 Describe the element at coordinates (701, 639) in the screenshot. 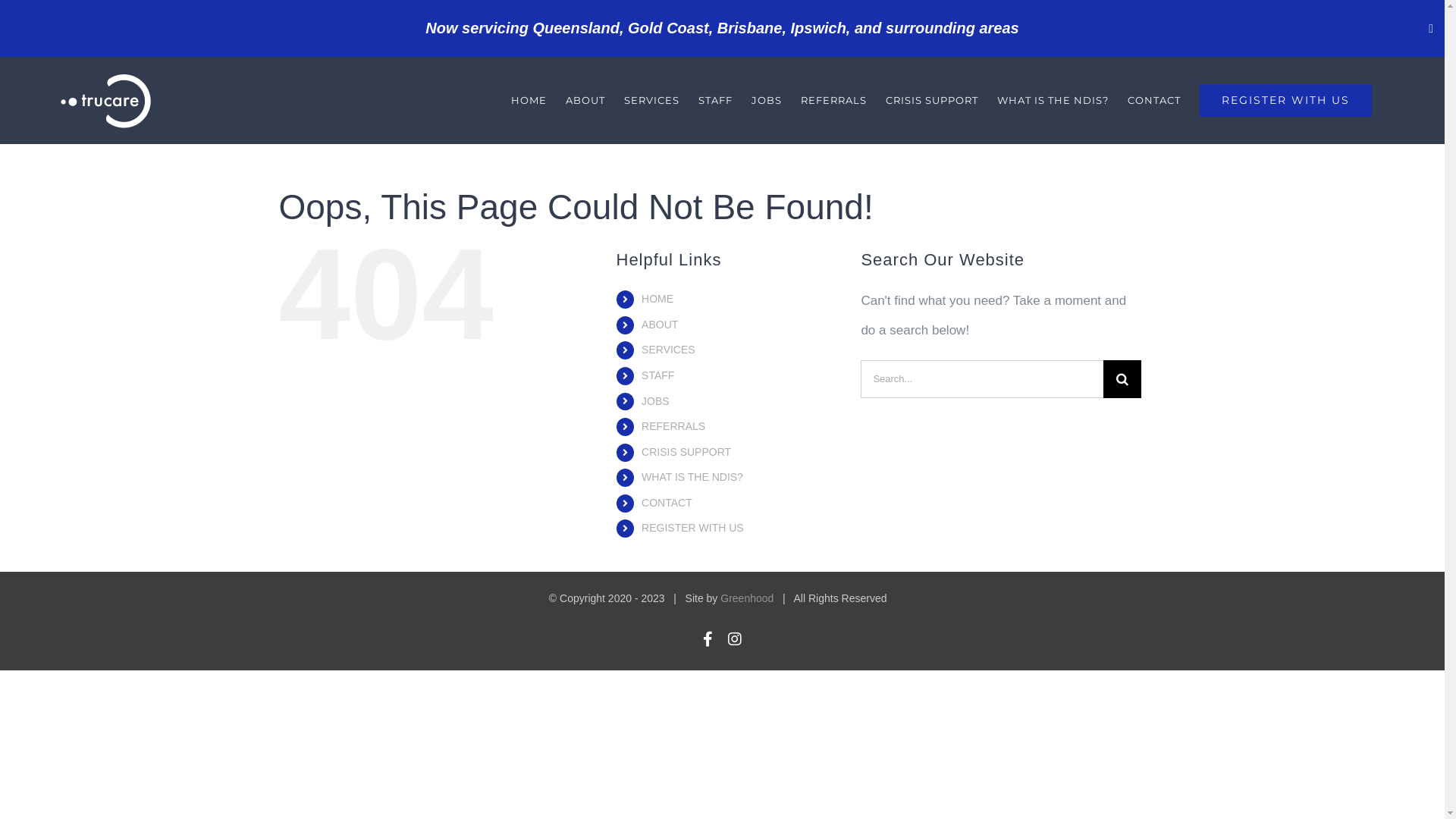

I see `'Facebook'` at that location.